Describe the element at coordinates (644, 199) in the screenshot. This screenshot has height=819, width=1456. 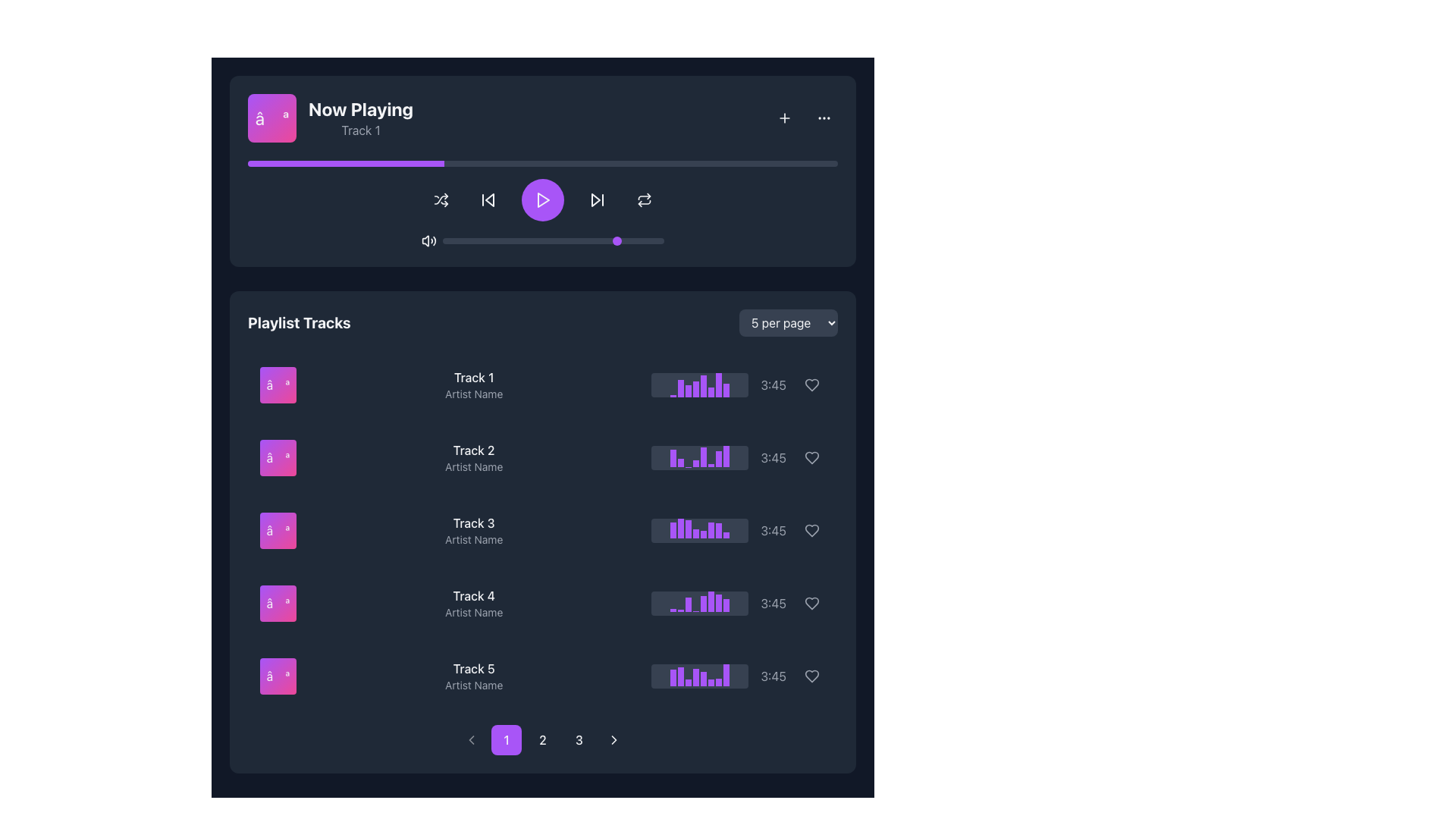
I see `the repeat action button, represented as an icon with arrows forming a circular shape, located within the 'Now Playing' area` at that location.